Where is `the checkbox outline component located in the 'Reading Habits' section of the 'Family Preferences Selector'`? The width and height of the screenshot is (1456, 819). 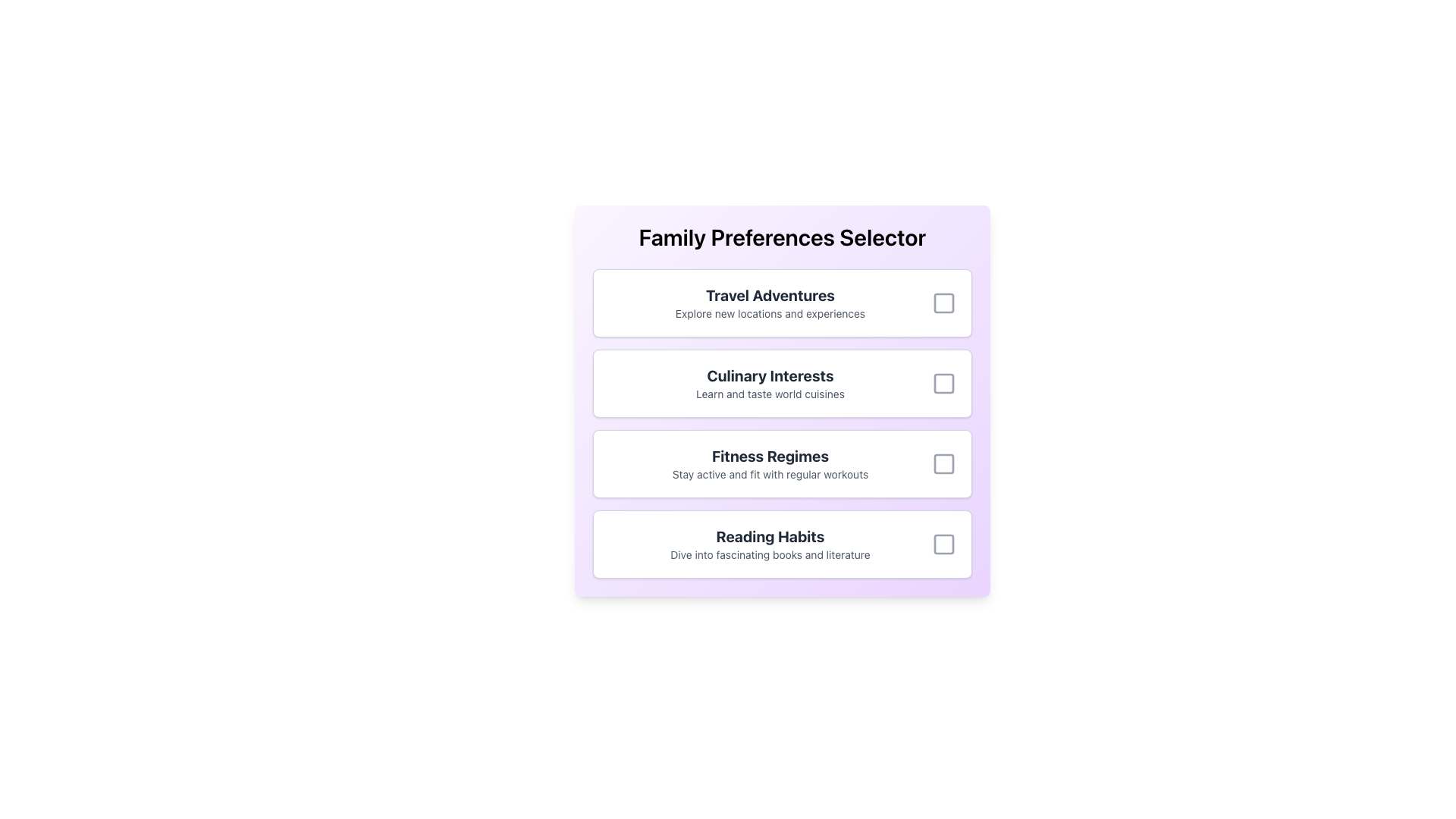 the checkbox outline component located in the 'Reading Habits' section of the 'Family Preferences Selector' is located at coordinates (943, 543).